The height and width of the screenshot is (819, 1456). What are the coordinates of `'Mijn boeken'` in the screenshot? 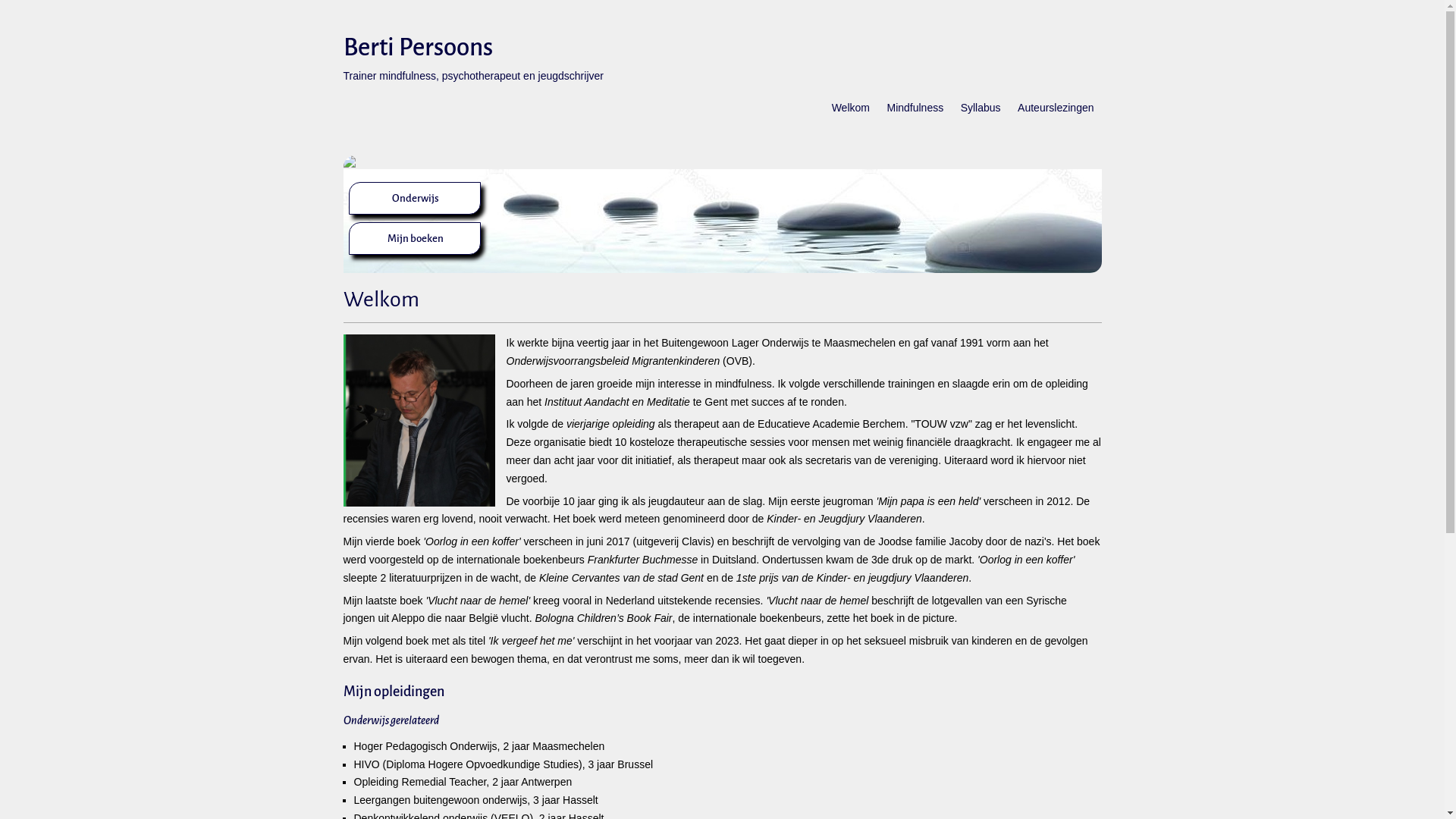 It's located at (415, 238).